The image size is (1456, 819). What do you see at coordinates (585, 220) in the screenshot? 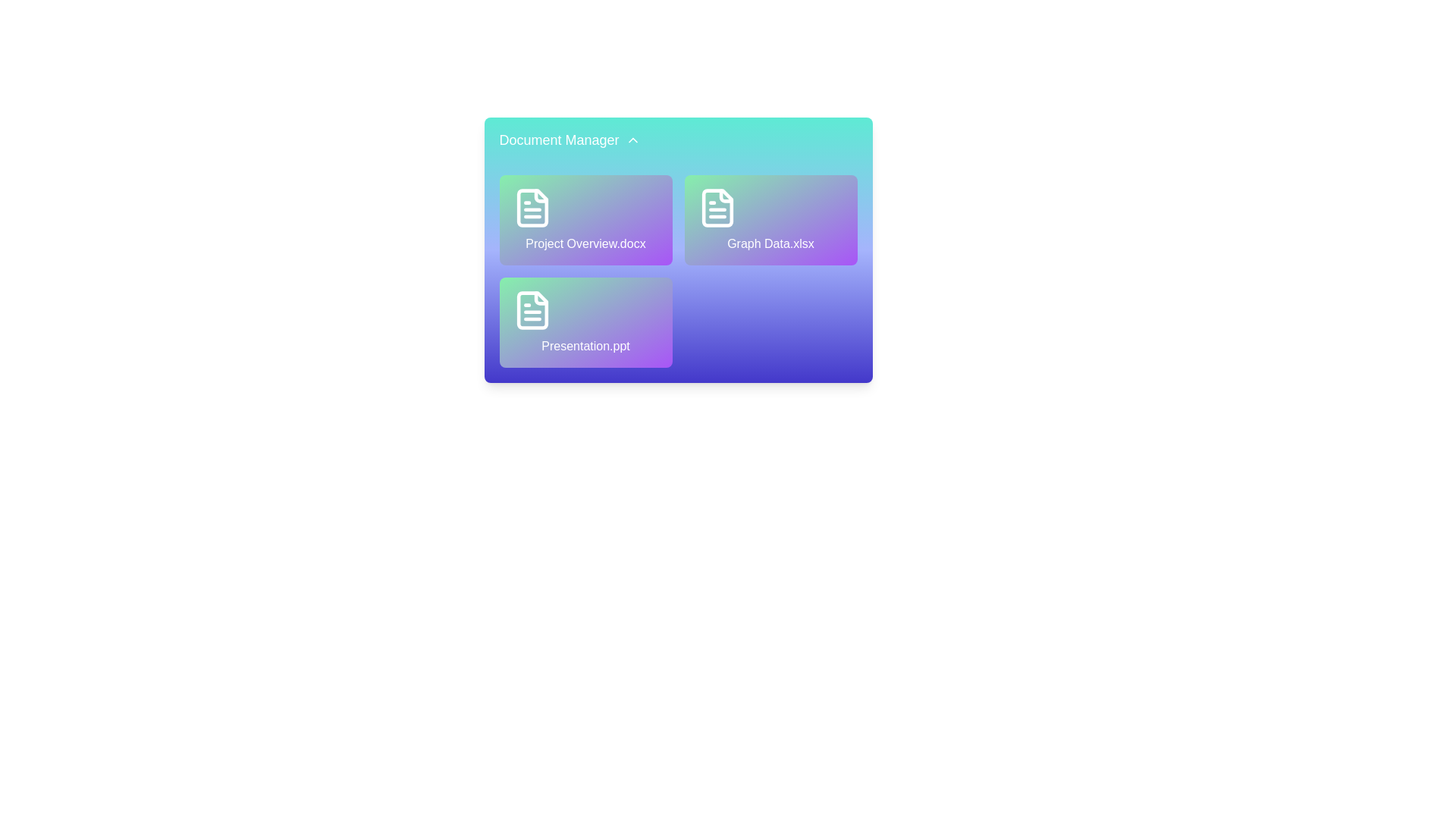
I see `the file Project Overview.docx to observe hover effects` at bounding box center [585, 220].